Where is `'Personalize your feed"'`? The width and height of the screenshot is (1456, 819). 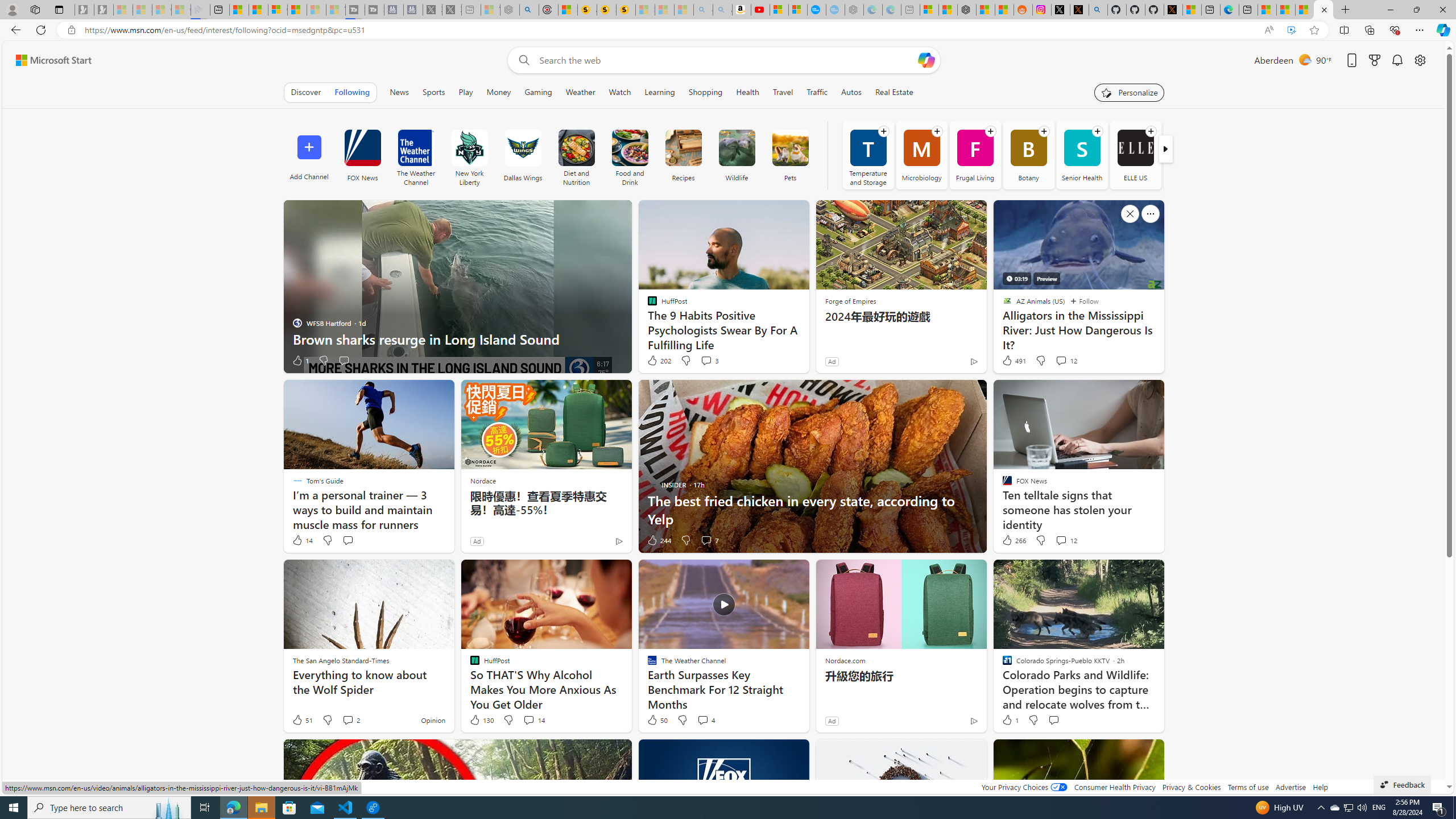 'Personalize your feed"' is located at coordinates (1129, 92).